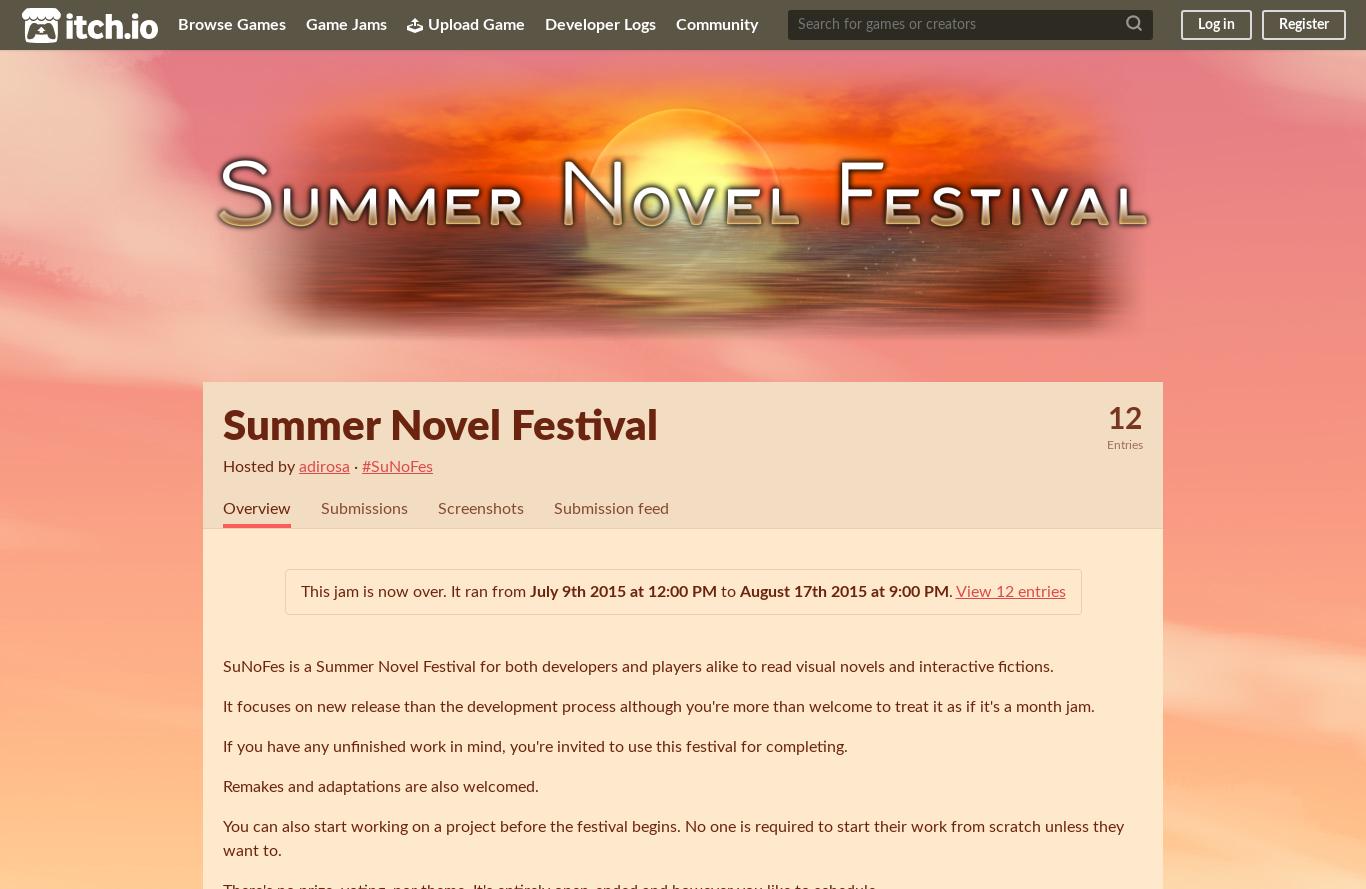  Describe the element at coordinates (599, 24) in the screenshot. I see `'Developer Logs'` at that location.